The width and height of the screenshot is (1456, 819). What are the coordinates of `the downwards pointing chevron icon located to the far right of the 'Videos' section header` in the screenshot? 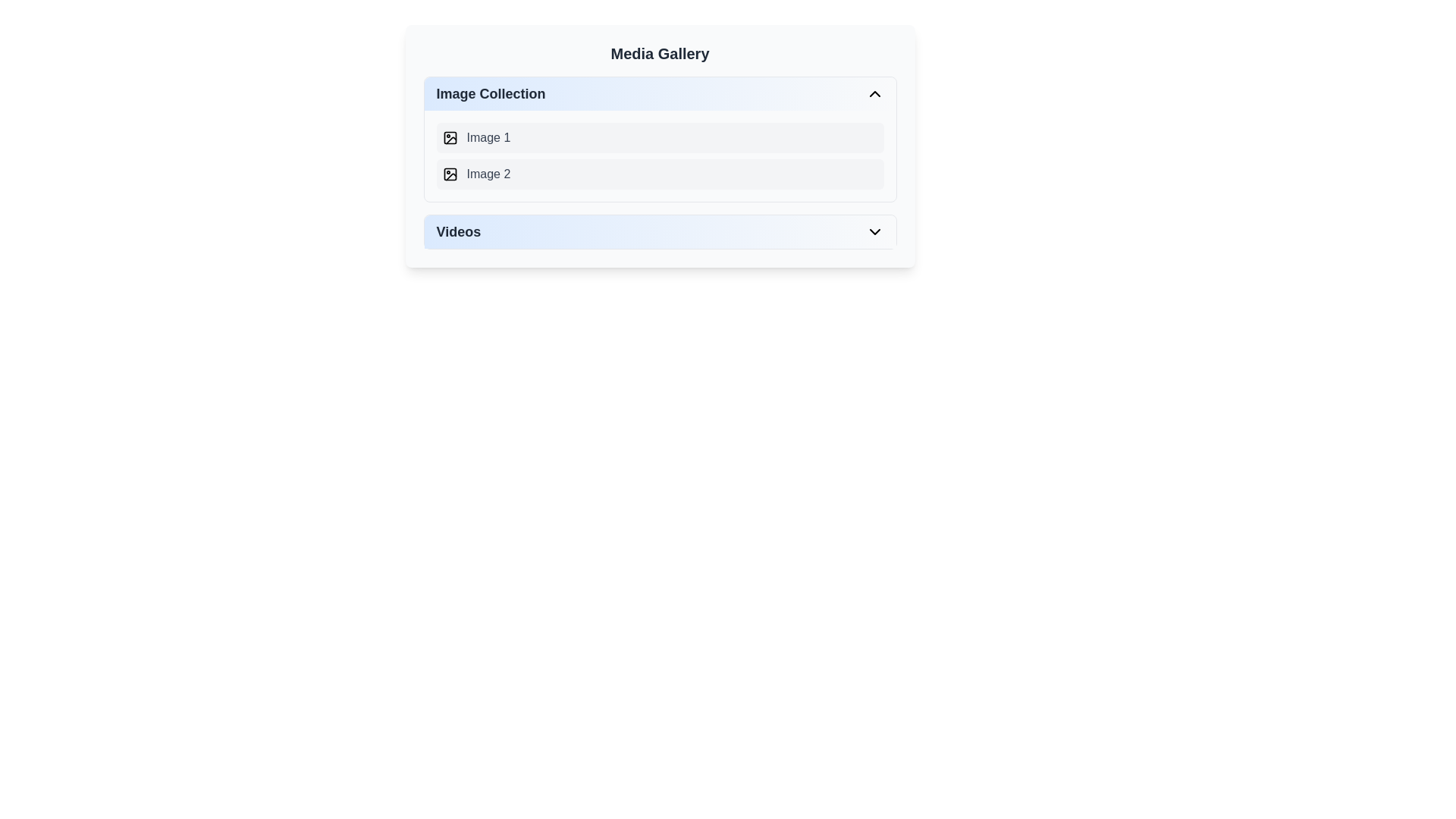 It's located at (874, 231).